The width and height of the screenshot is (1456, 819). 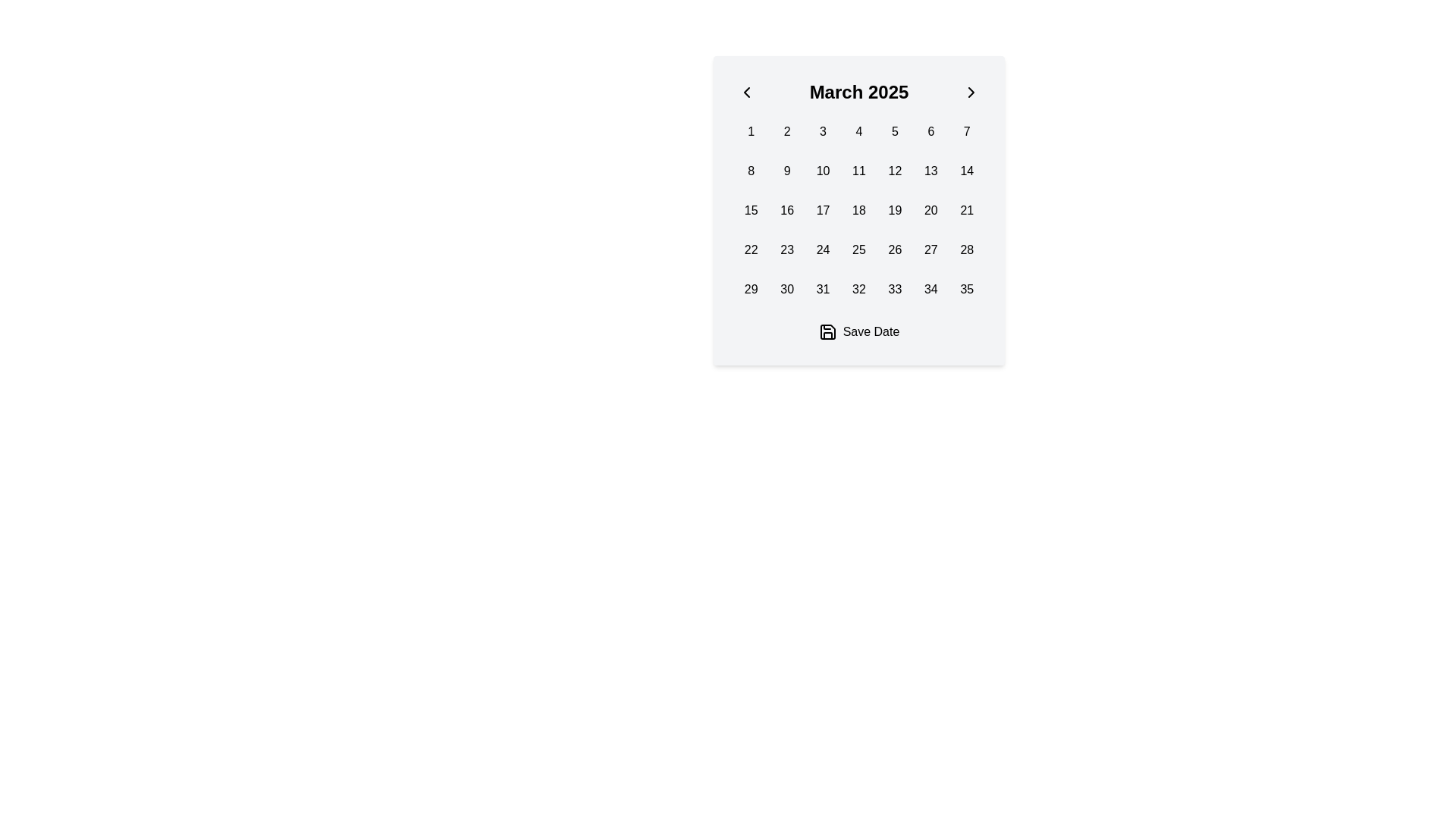 I want to click on on the calendar day button displaying the number '26' in the grid layout for March 2025, so click(x=895, y=249).